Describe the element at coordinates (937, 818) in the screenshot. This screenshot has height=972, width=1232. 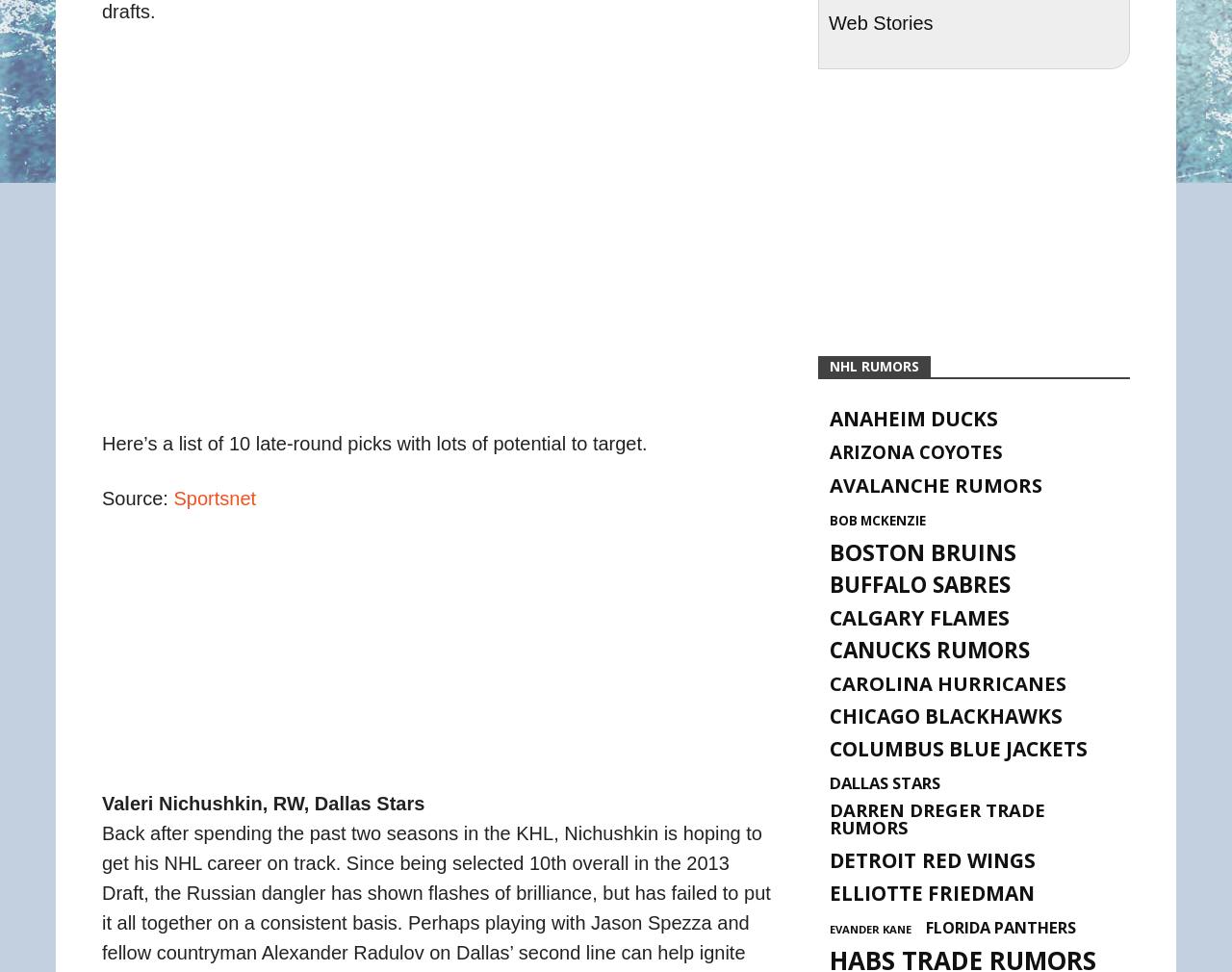
I see `'Darren Dreger Trade Rumors'` at that location.